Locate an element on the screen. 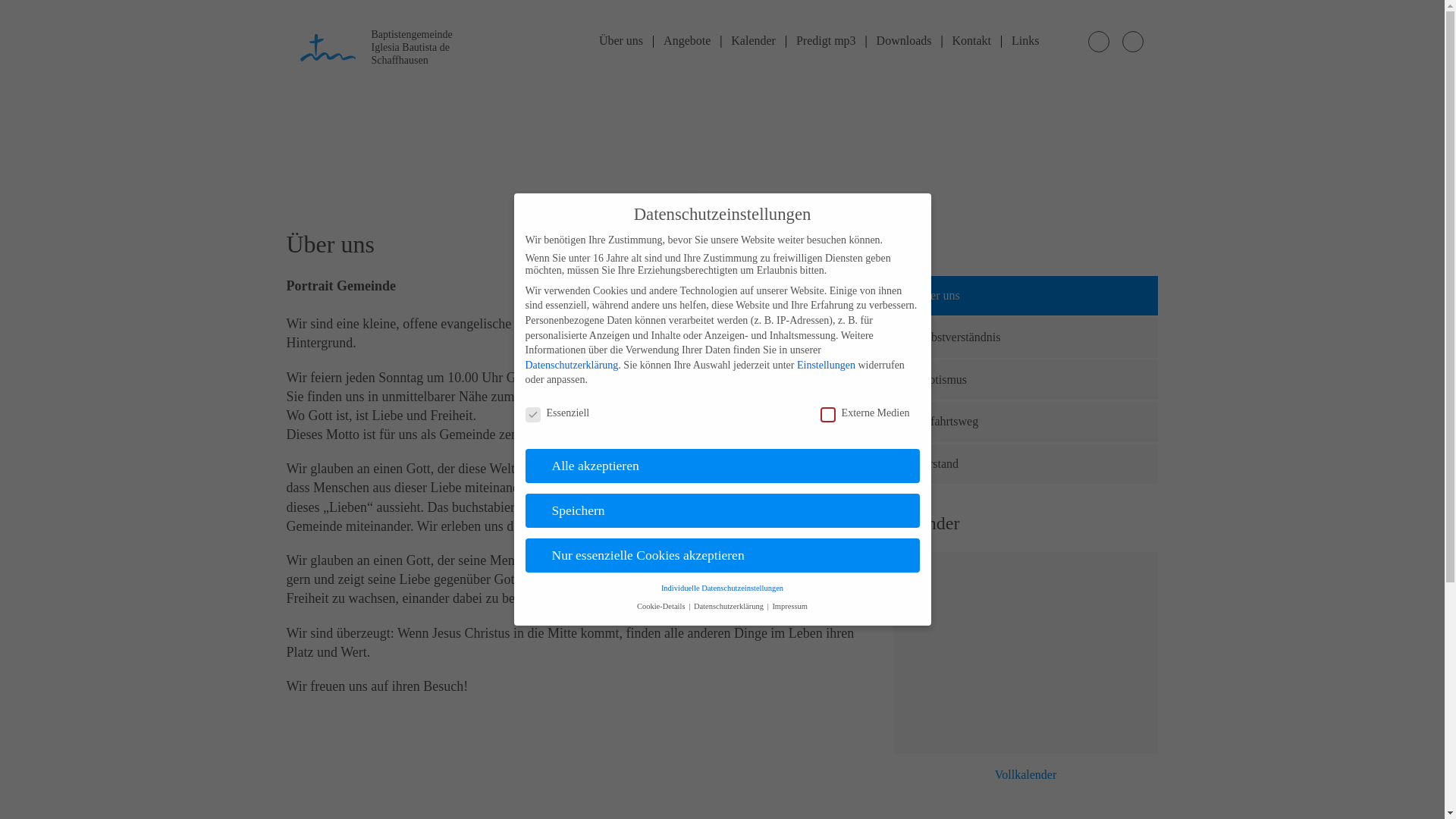  'Downloads' is located at coordinates (904, 39).